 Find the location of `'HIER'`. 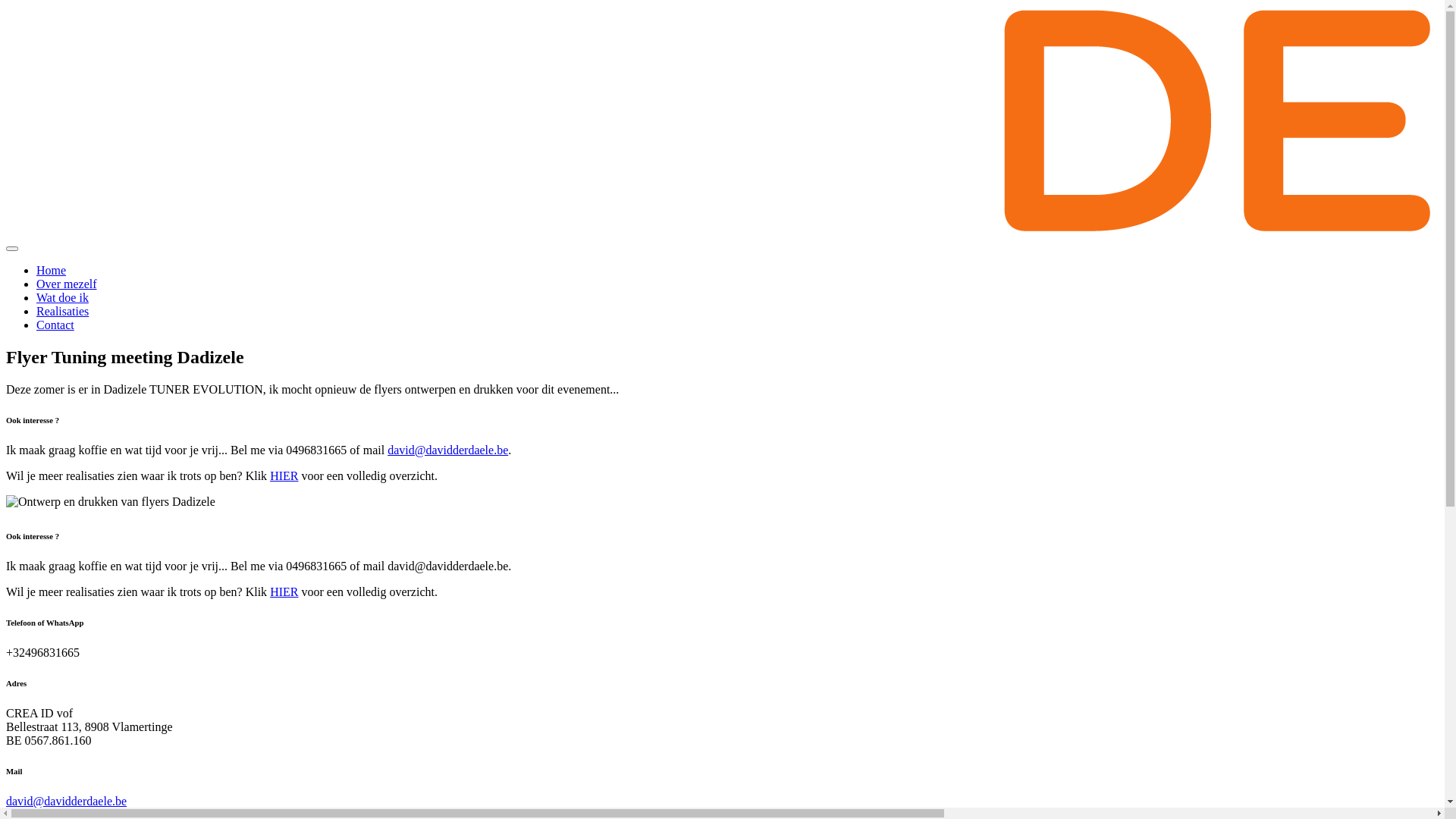

'HIER' is located at coordinates (284, 475).